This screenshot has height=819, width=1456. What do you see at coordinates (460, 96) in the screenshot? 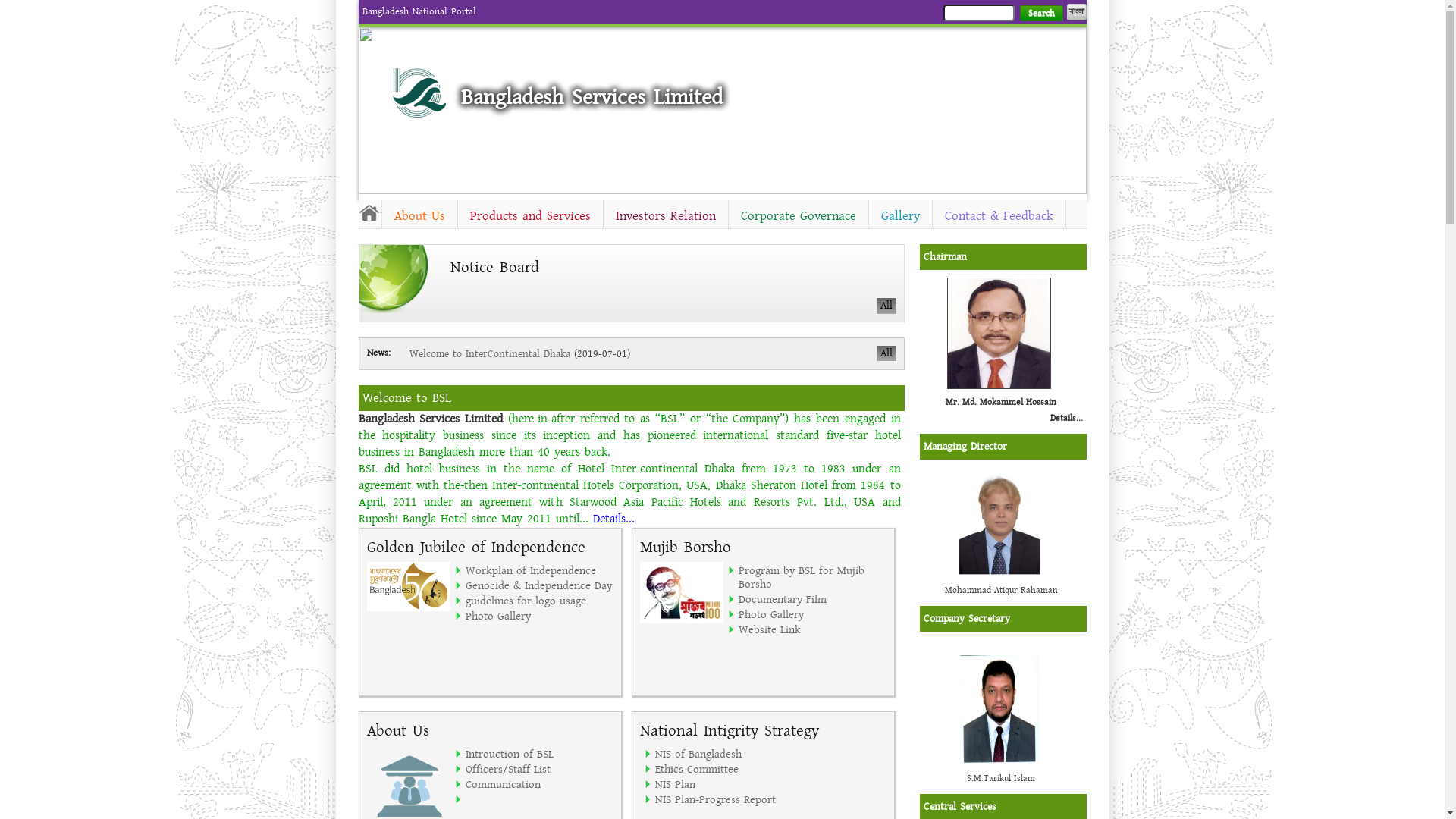
I see `'Bangladesh Services Limited'` at bounding box center [460, 96].